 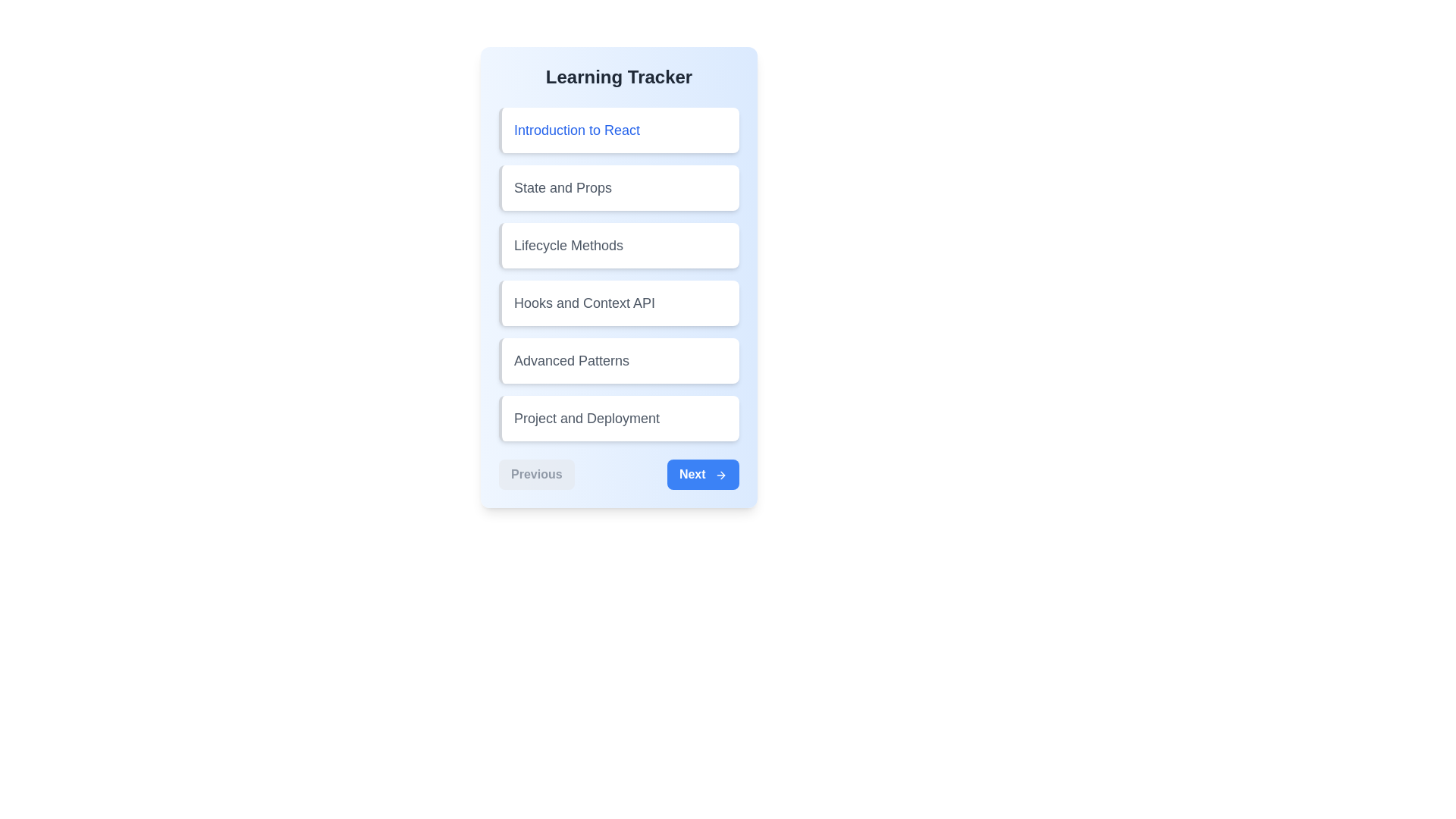 What do you see at coordinates (536, 473) in the screenshot?
I see `the 'Previous' button to navigate to the previous lesson` at bounding box center [536, 473].